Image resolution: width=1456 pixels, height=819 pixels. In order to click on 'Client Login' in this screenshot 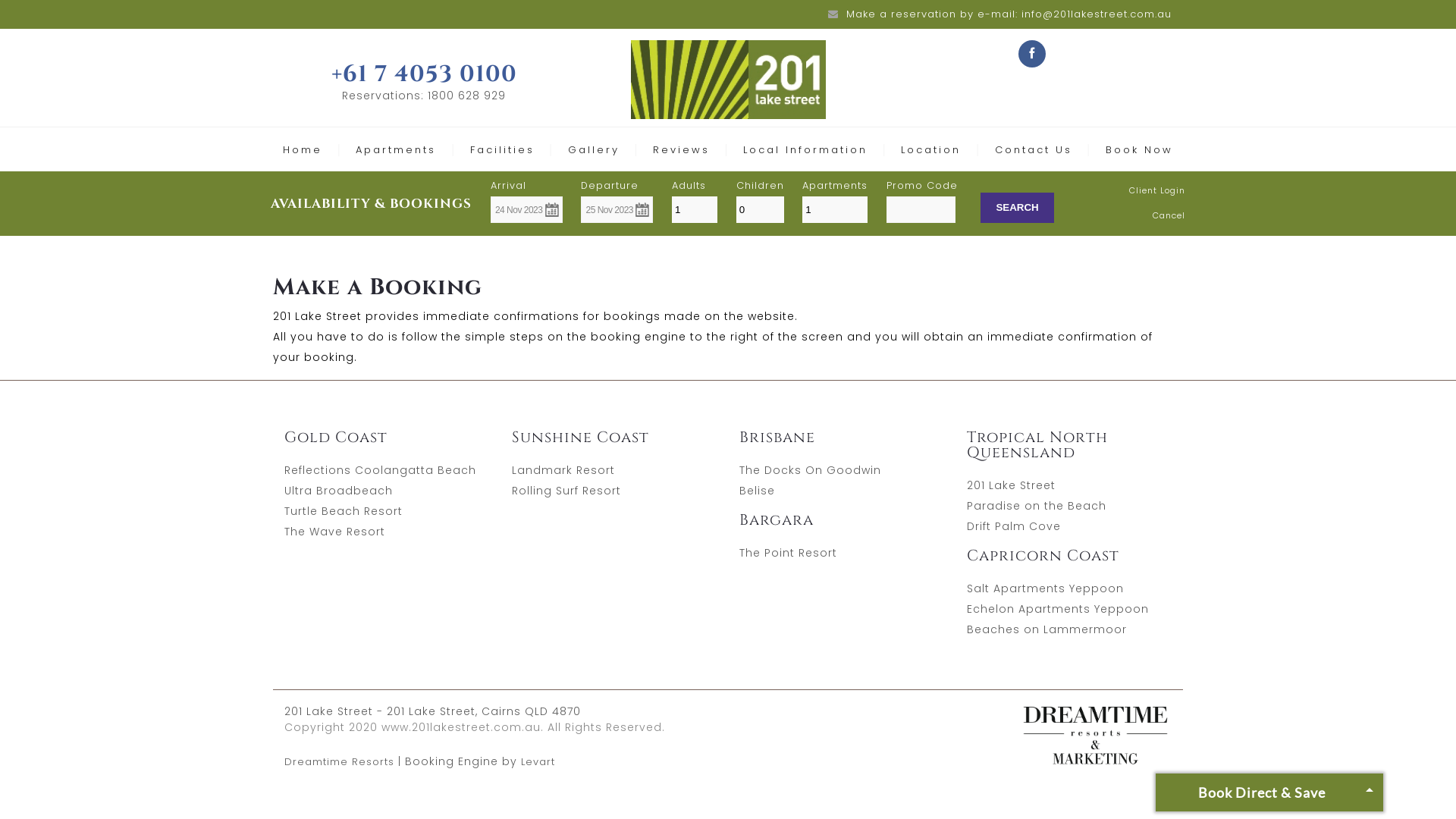, I will do `click(1156, 189)`.